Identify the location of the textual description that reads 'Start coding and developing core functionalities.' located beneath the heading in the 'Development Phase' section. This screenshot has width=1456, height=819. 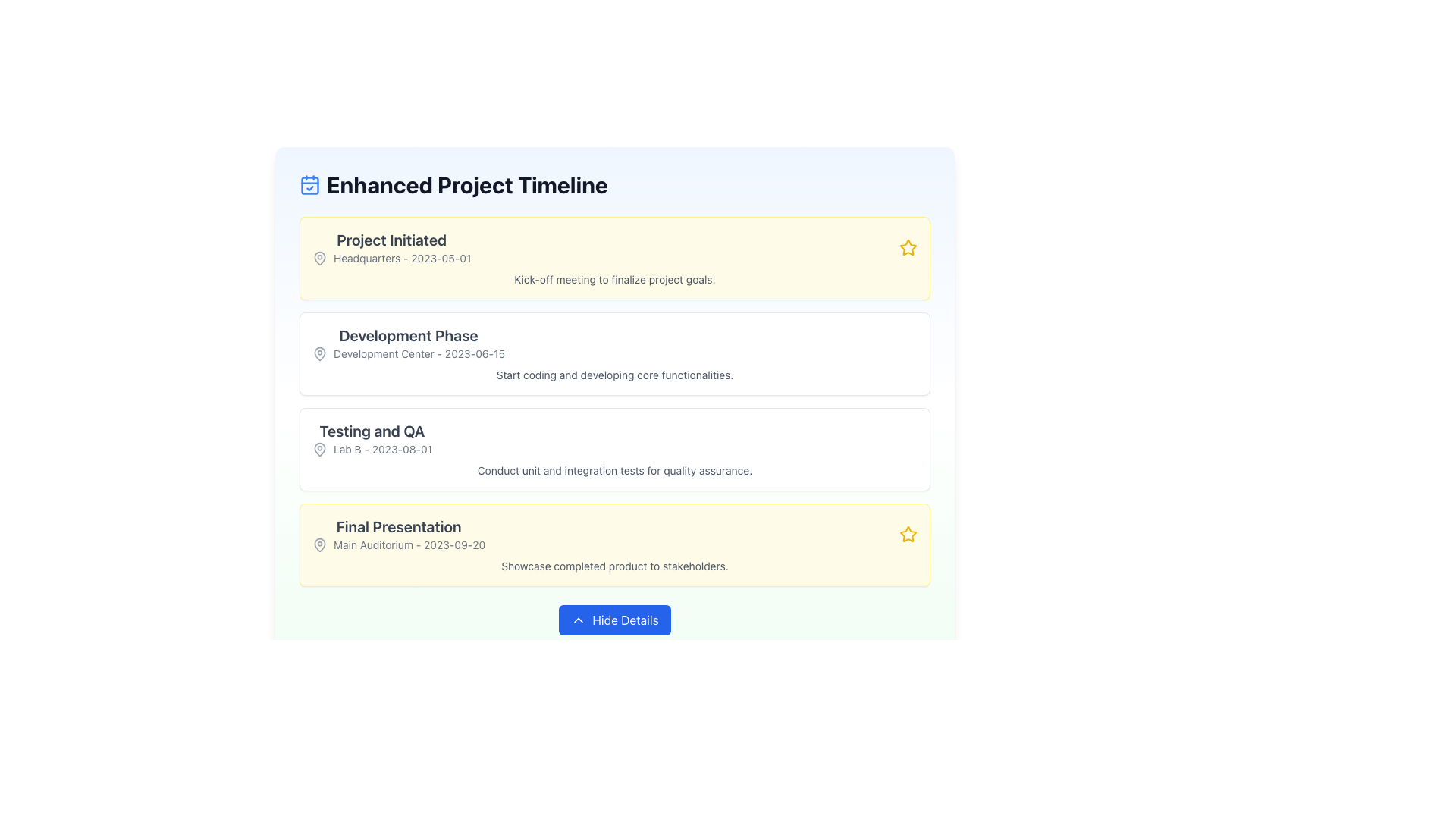
(615, 375).